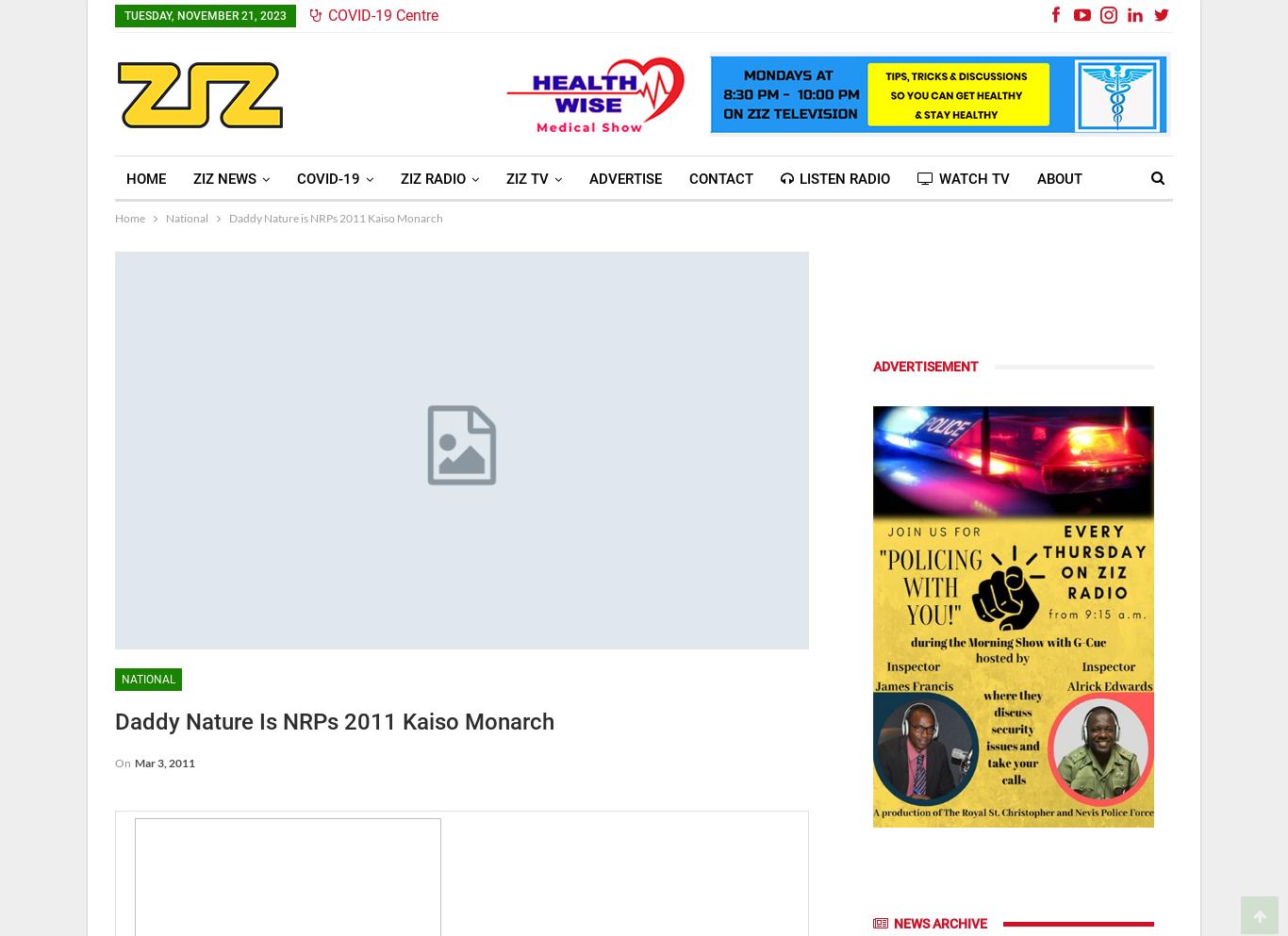 This screenshot has width=1288, height=936. Describe the element at coordinates (205, 14) in the screenshot. I see `'Tuesday, November 21, 2023'` at that location.